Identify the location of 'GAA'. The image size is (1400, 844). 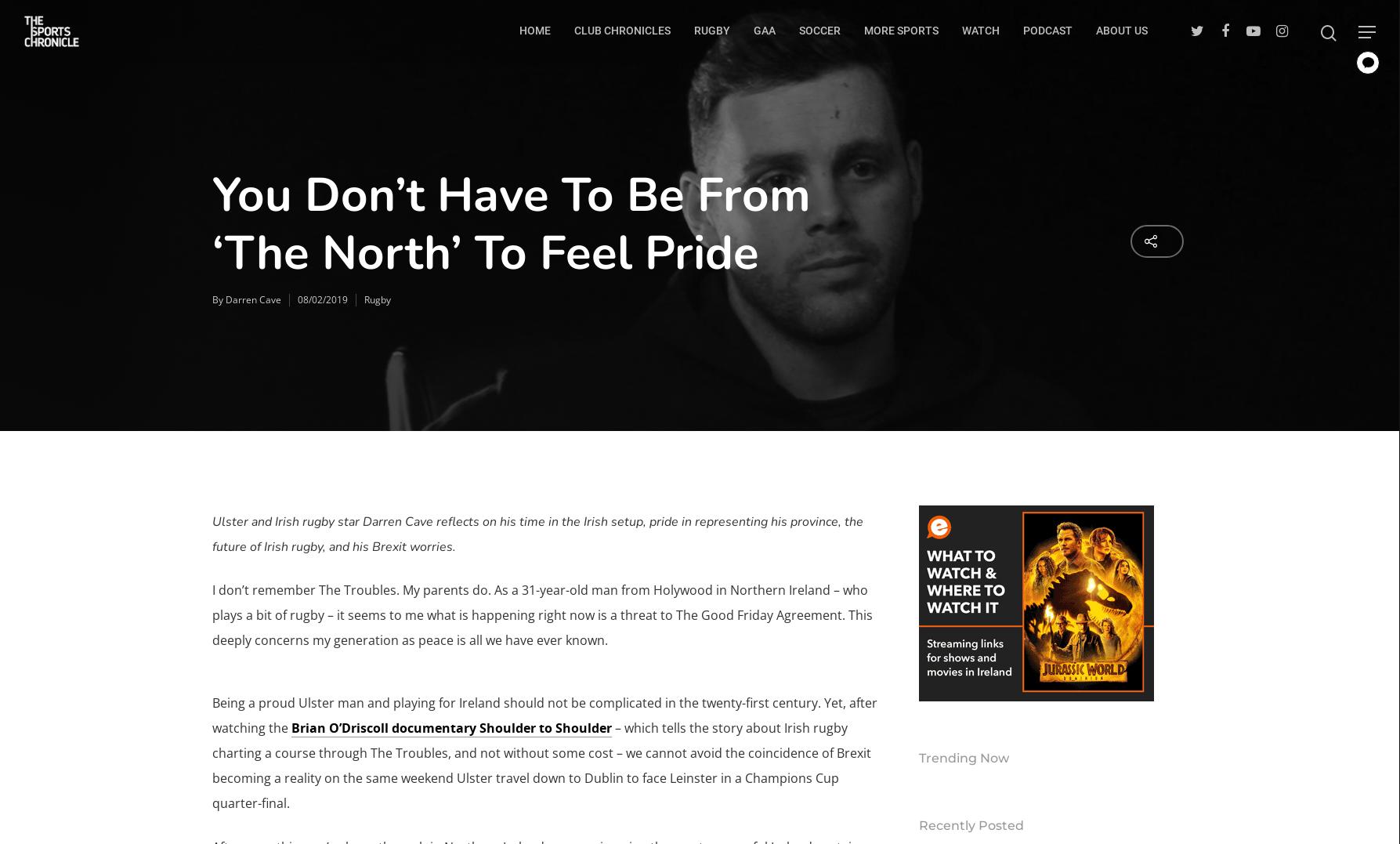
(764, 29).